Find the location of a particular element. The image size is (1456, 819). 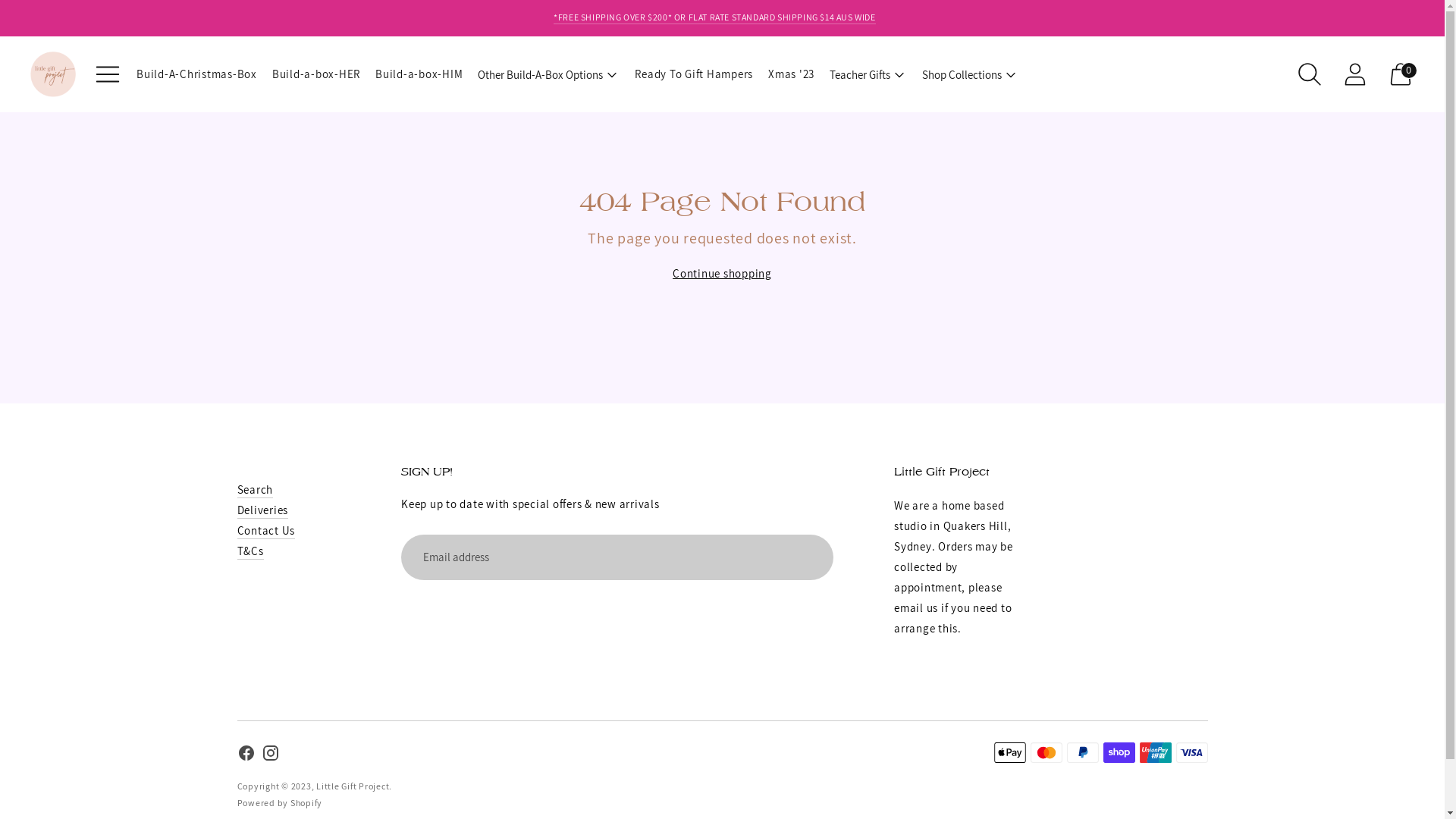

'Build-A-Christmas-Box' is located at coordinates (196, 74).